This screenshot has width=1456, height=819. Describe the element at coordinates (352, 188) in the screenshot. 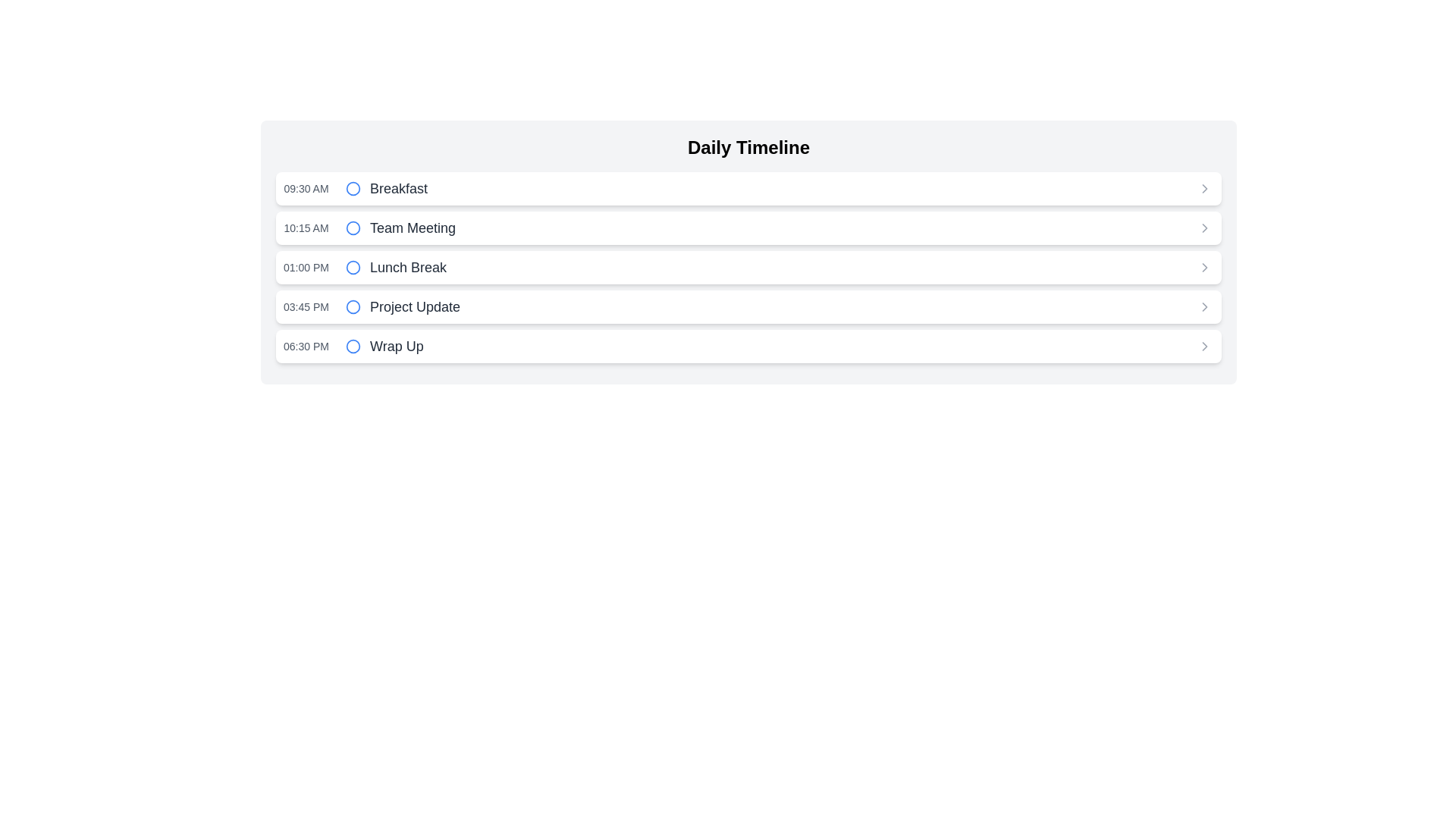

I see `the blue circular icon with a thin border located to the left of the 'Breakfast' text` at that location.